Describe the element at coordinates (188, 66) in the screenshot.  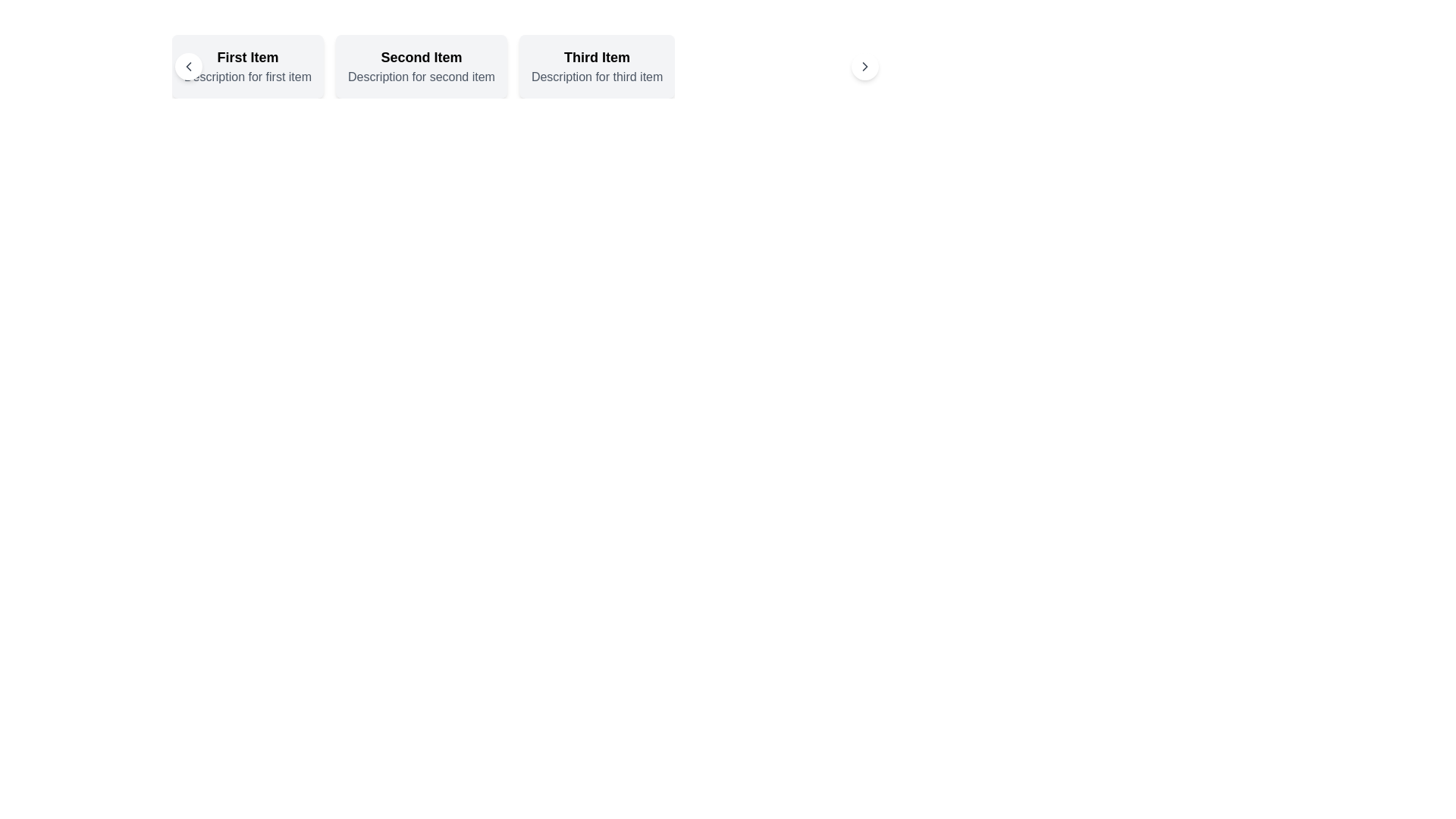
I see `the leftward chevron icon for navigation, which is a small arrow-like glyph located in the upper-left quadrant of the interface, adjacent to the 'First Item' element` at that location.